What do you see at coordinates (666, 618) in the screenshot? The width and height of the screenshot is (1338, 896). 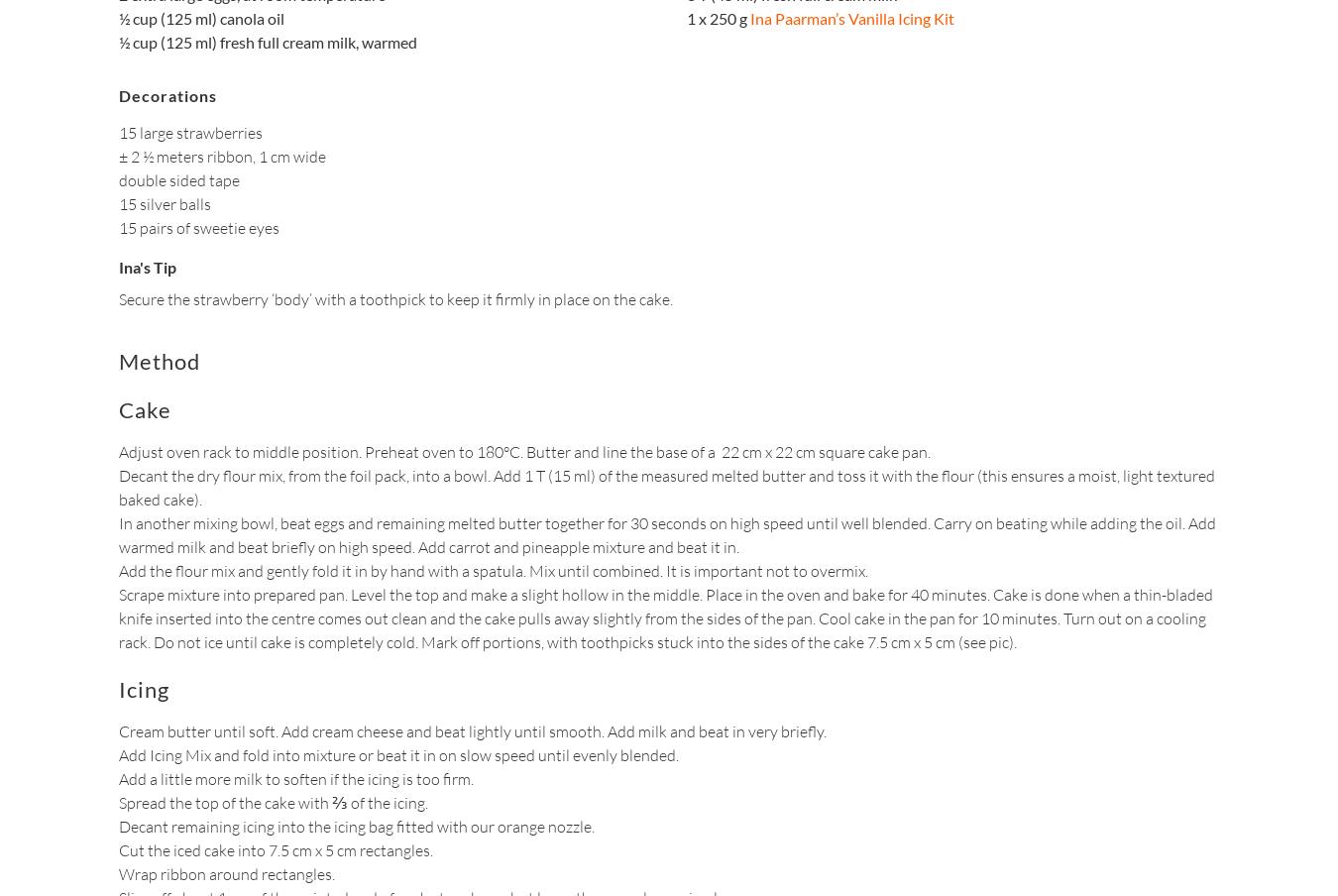 I see `'Scrape mixture into prepared pan. Level the top and make a slight hollow in the middle. Place in the oven and bake for 40 minutes. Cake is done when a thin-bladed knife inserted into the centre comes out clean and the cake pulls away slightly from the sides of the pan. Cool cake in the pan for 10 minutes. Turn out on a cooling rack. Do not ice until cake is completely cold. Mark off portions, with toothpicks stuck into the sides of the cake 7.5 cm x 5 cm (see pic).'` at bounding box center [666, 618].